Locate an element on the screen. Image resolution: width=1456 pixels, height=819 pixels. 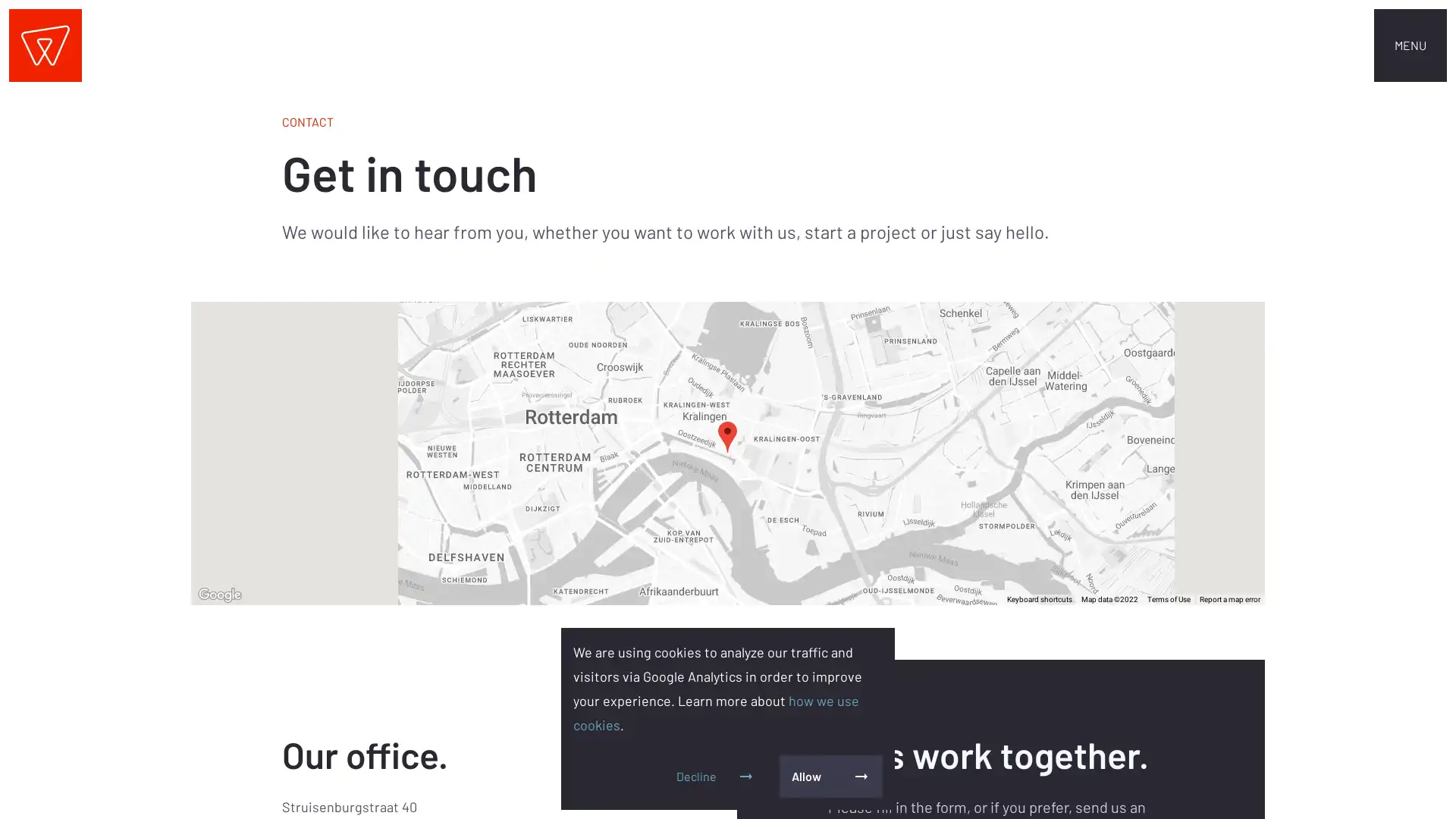
Decline is located at coordinates (715, 776).